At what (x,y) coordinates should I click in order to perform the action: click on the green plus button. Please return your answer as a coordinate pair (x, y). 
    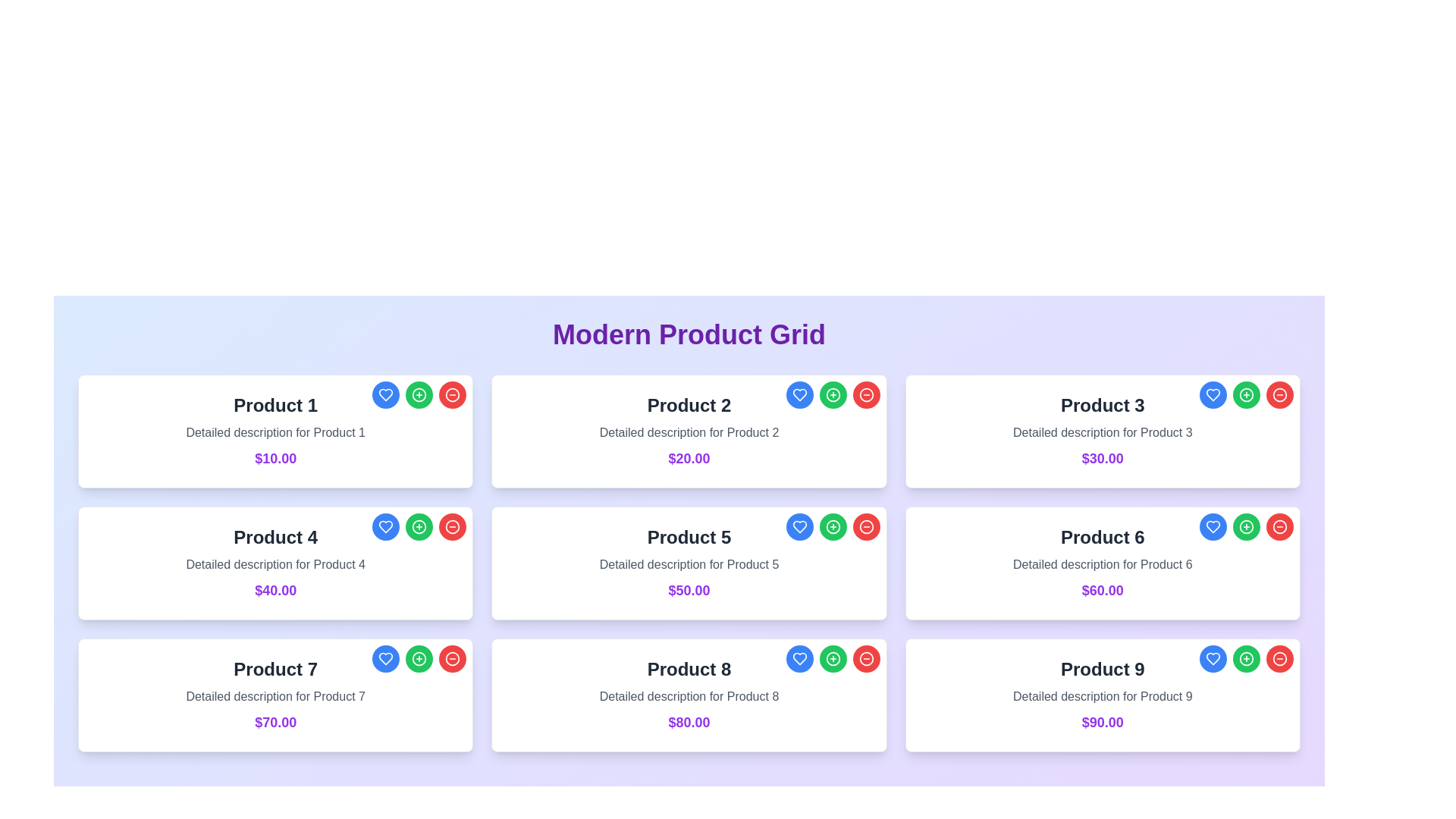
    Looking at the image, I should click on (419, 657).